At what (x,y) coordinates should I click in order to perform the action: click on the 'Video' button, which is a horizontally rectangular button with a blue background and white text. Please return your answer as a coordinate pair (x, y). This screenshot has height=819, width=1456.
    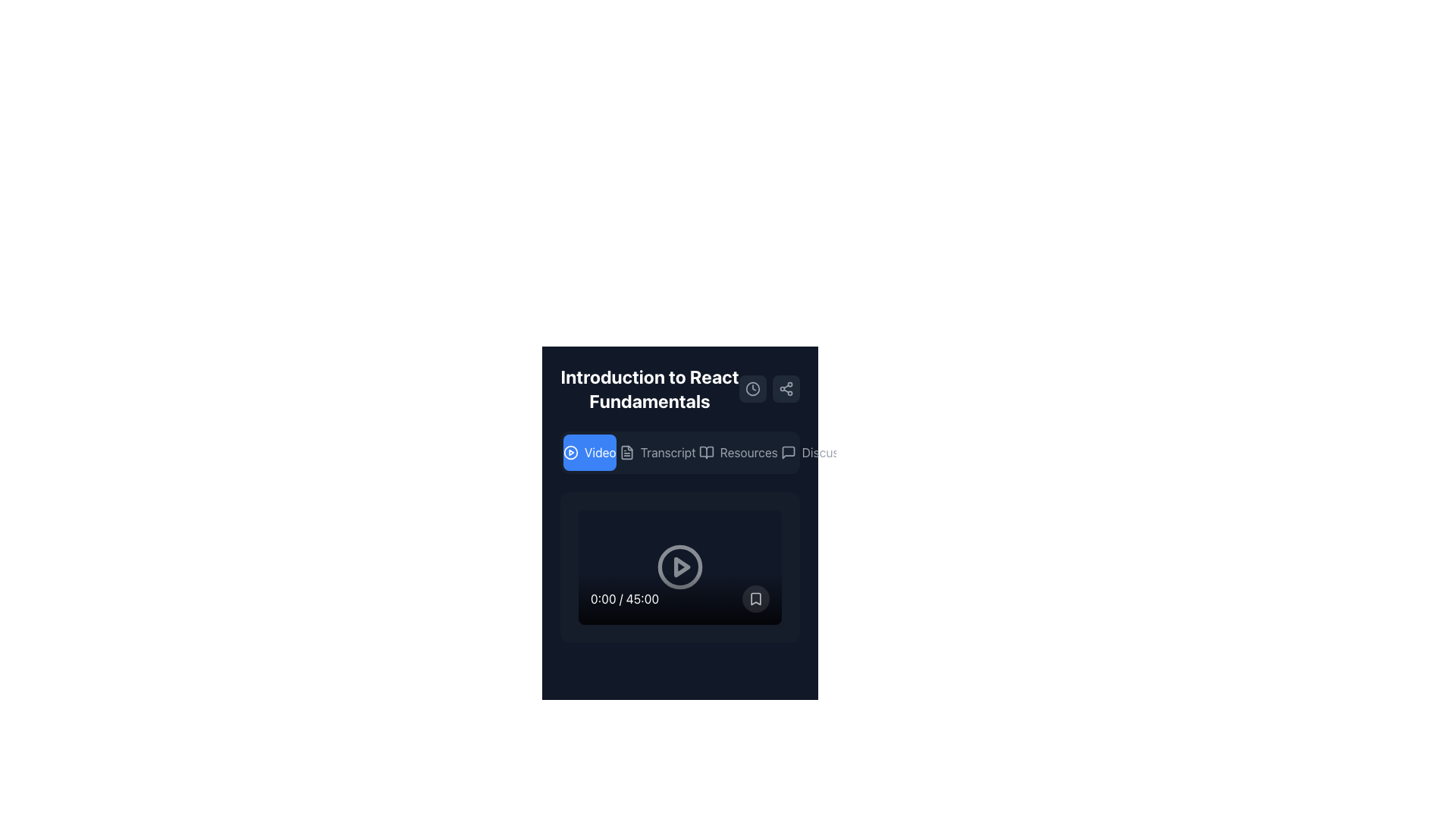
    Looking at the image, I should click on (588, 452).